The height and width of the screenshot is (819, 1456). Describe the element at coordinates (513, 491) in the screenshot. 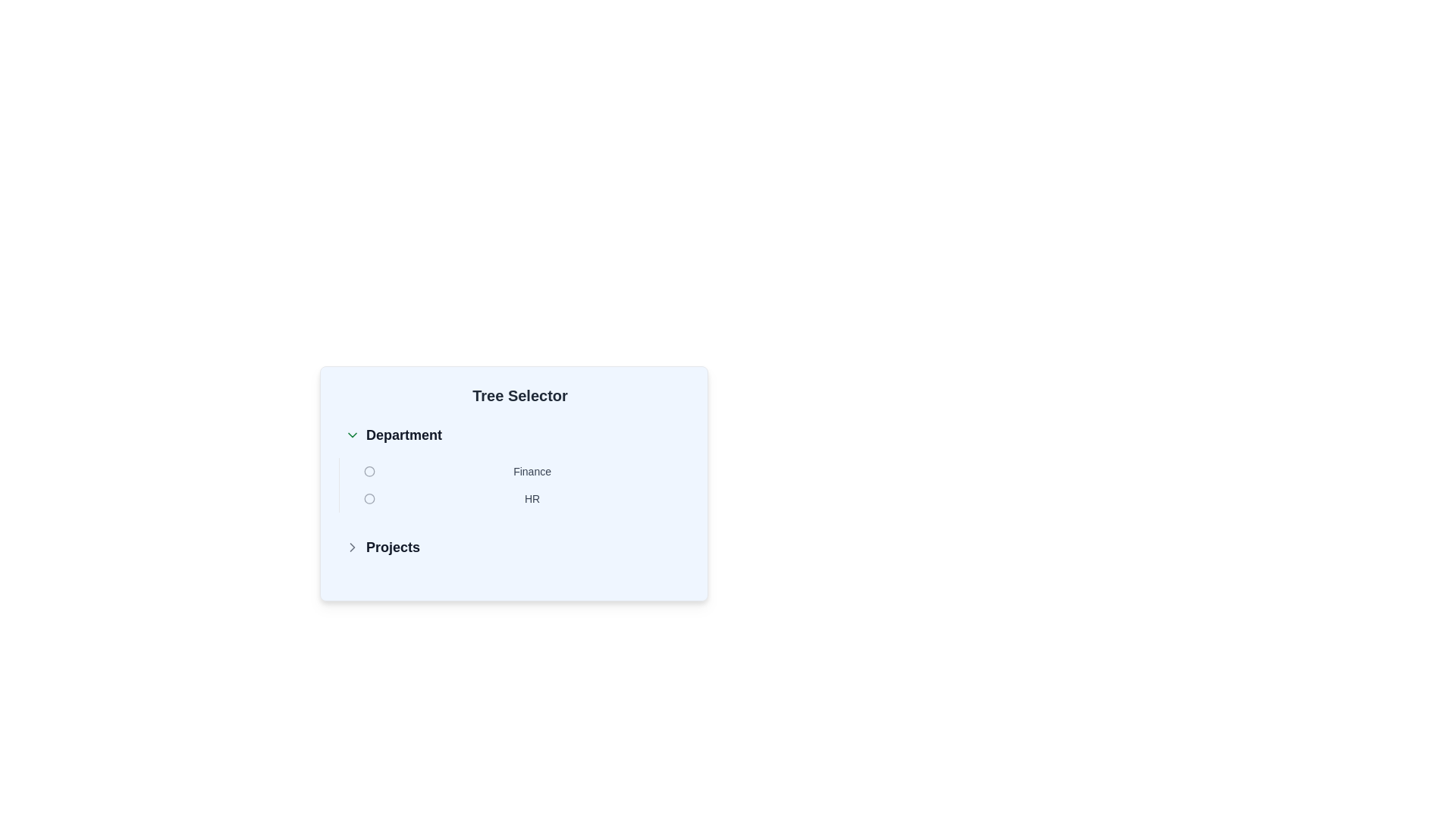

I see `the 'Finance' option within the 'Department' category of the Tree Selector with Expandable Categories` at that location.